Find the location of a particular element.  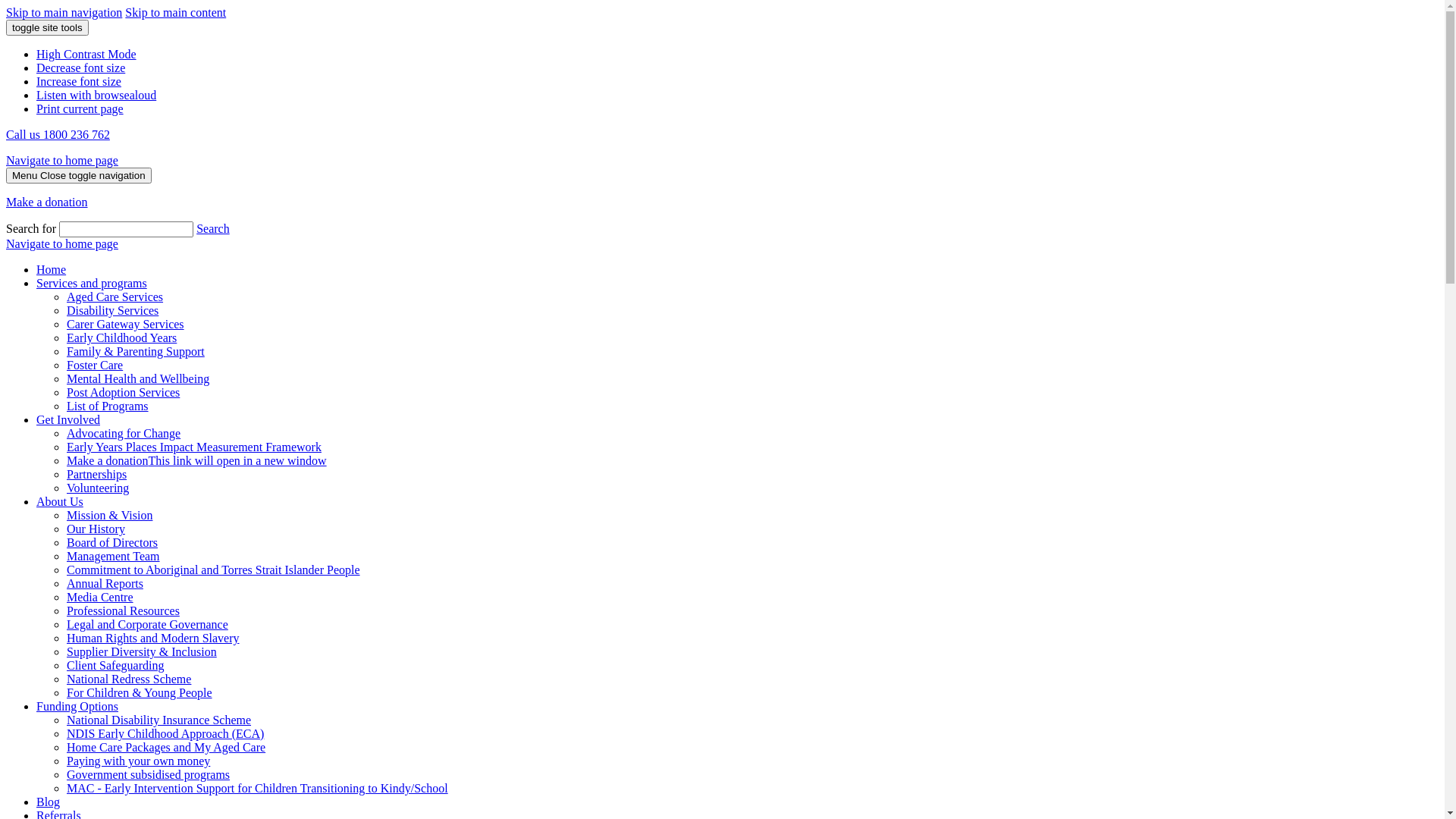

'Government subsidised programs' is located at coordinates (148, 774).